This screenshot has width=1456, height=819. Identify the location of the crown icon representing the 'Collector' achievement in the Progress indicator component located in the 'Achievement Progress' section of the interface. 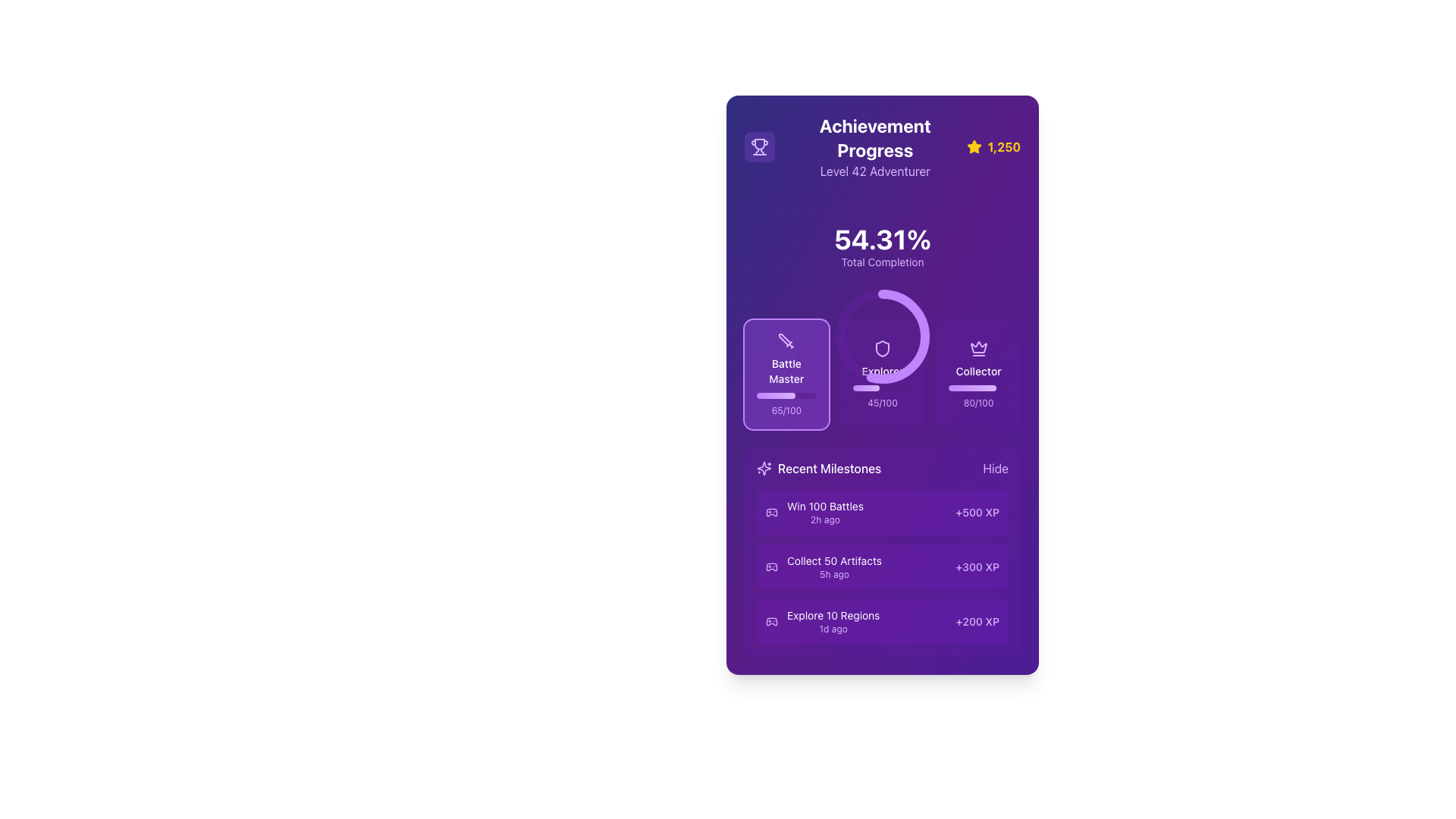
(978, 374).